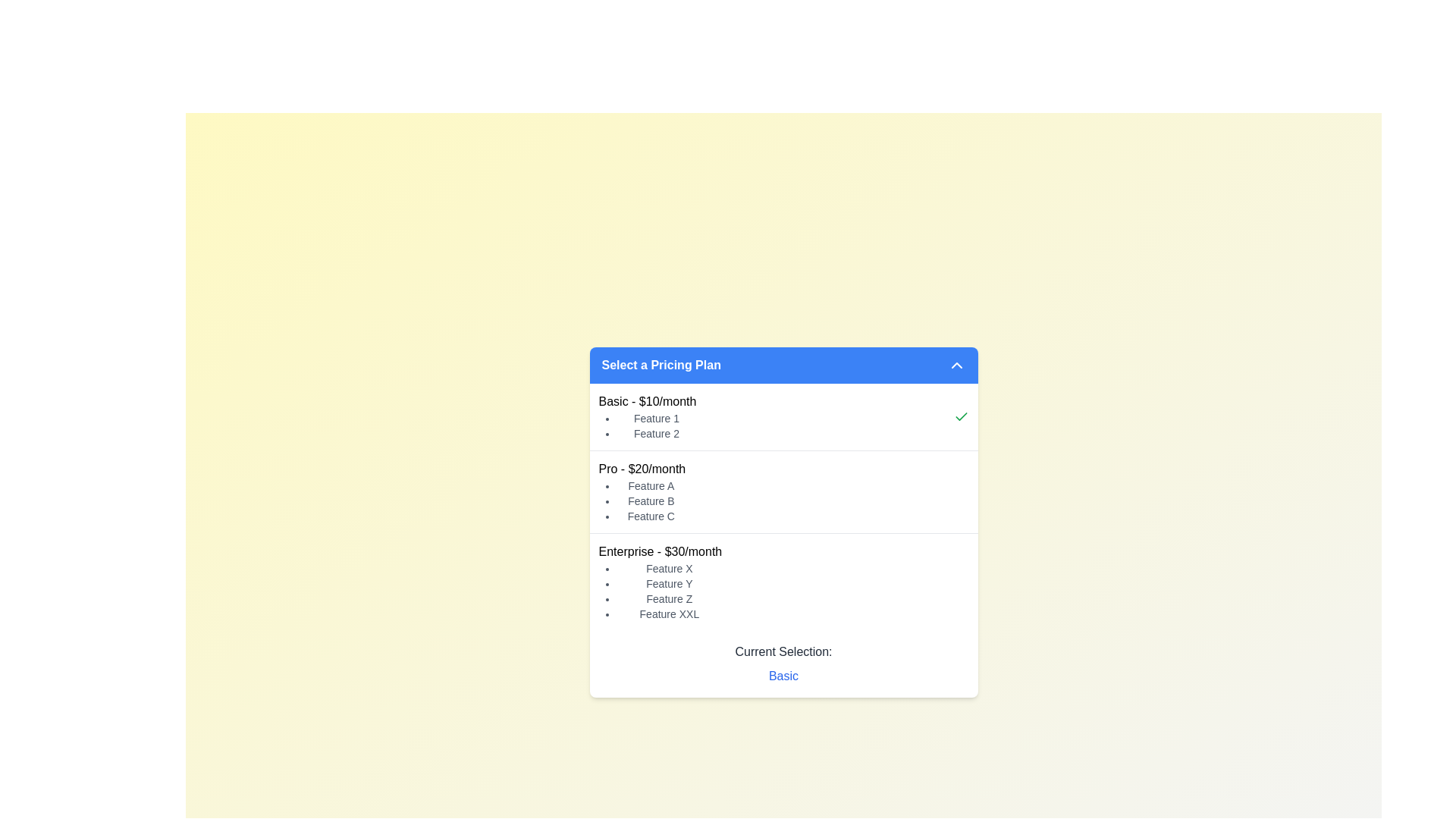 The image size is (1456, 819). Describe the element at coordinates (656, 418) in the screenshot. I see `the 'Feature 1' text label` at that location.